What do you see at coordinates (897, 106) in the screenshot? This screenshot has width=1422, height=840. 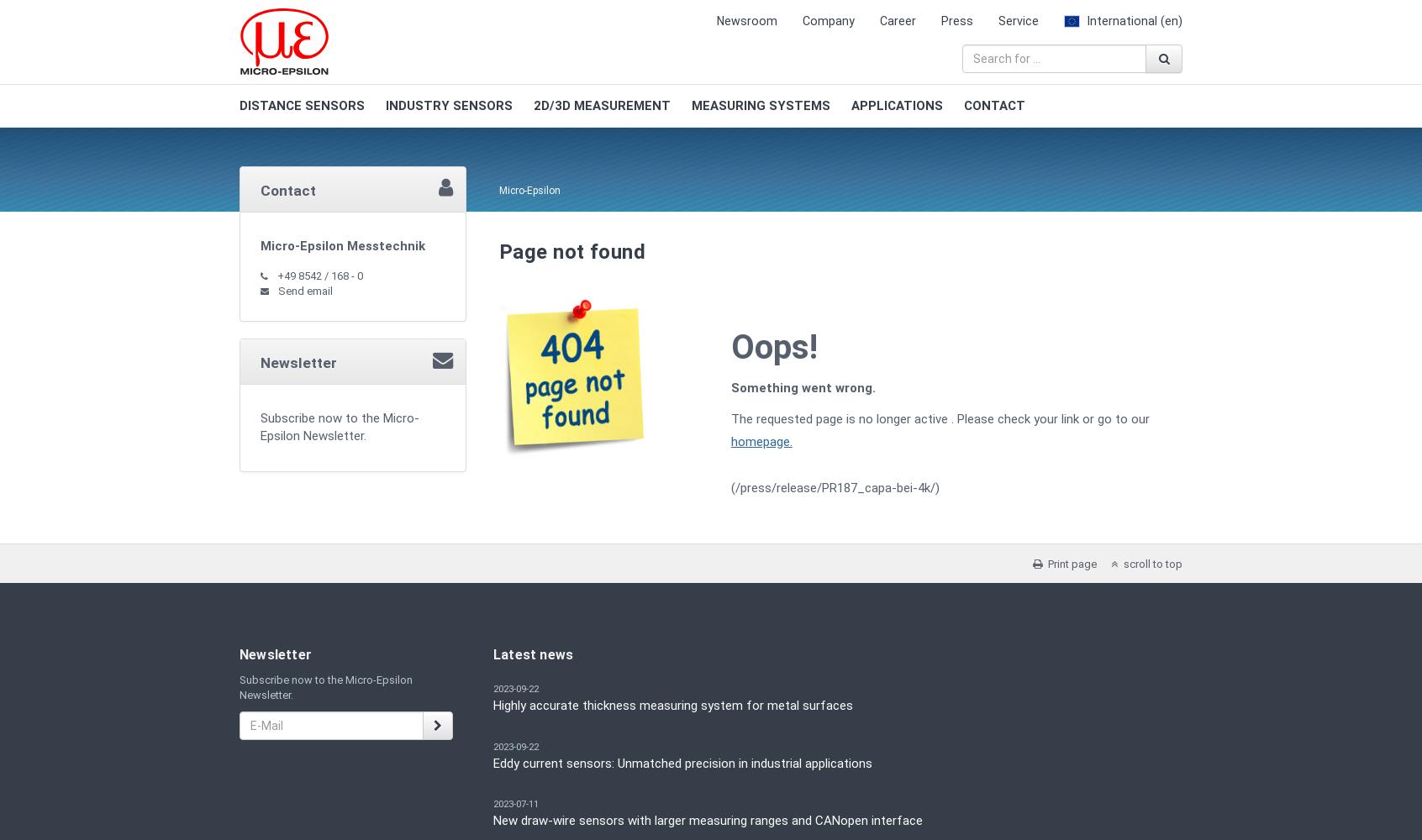 I see `'APPLICATIONS'` at bounding box center [897, 106].